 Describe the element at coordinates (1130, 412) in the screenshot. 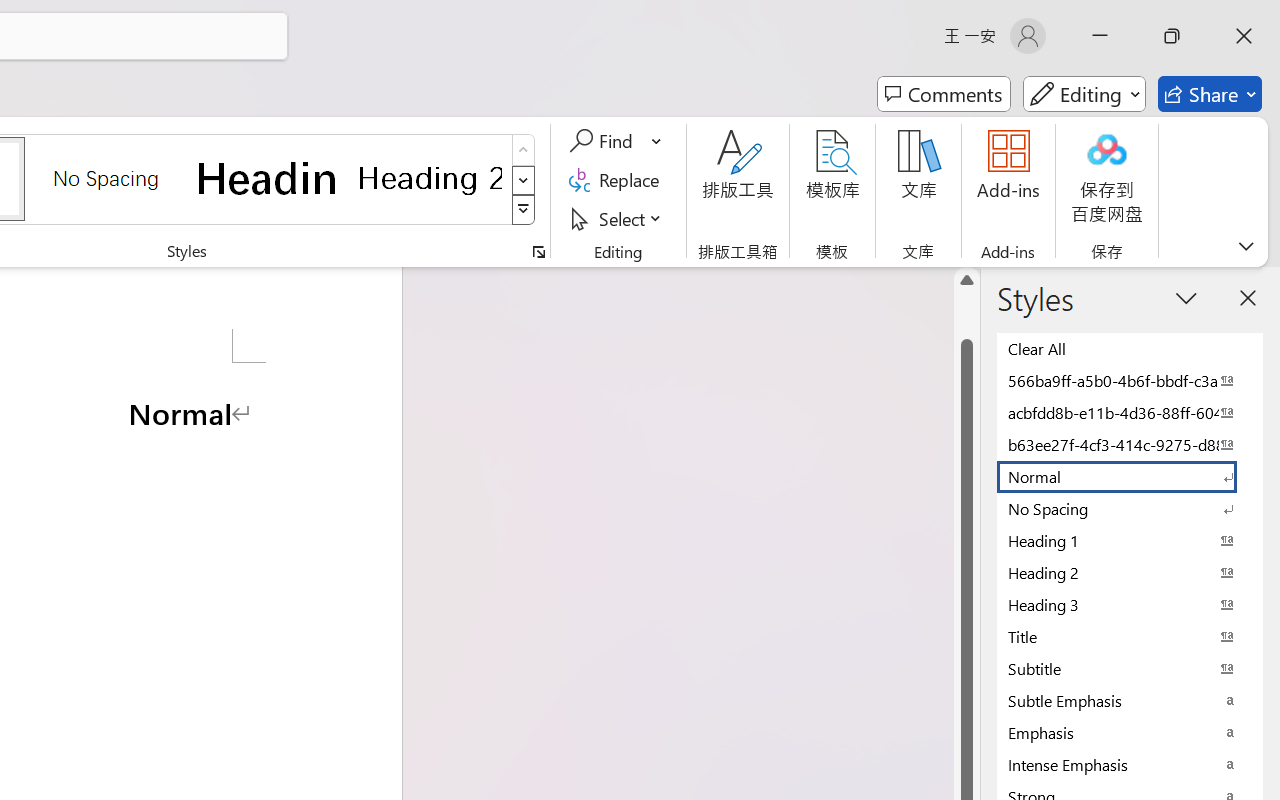

I see `'acbfdd8b-e11b-4d36-88ff-6049b138f862'` at that location.